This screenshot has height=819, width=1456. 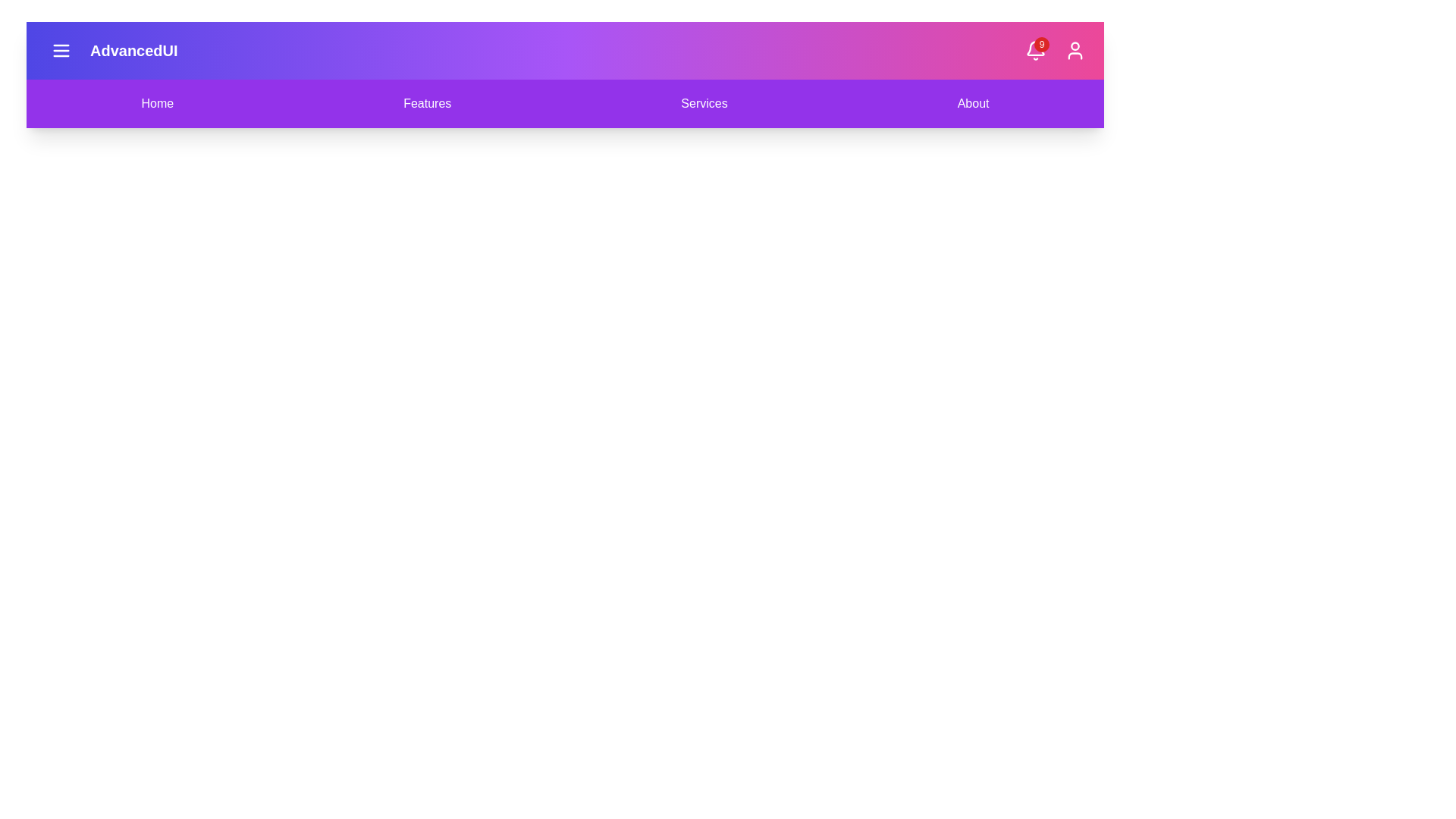 What do you see at coordinates (61, 49) in the screenshot?
I see `the menu button to toggle the menu visibility` at bounding box center [61, 49].